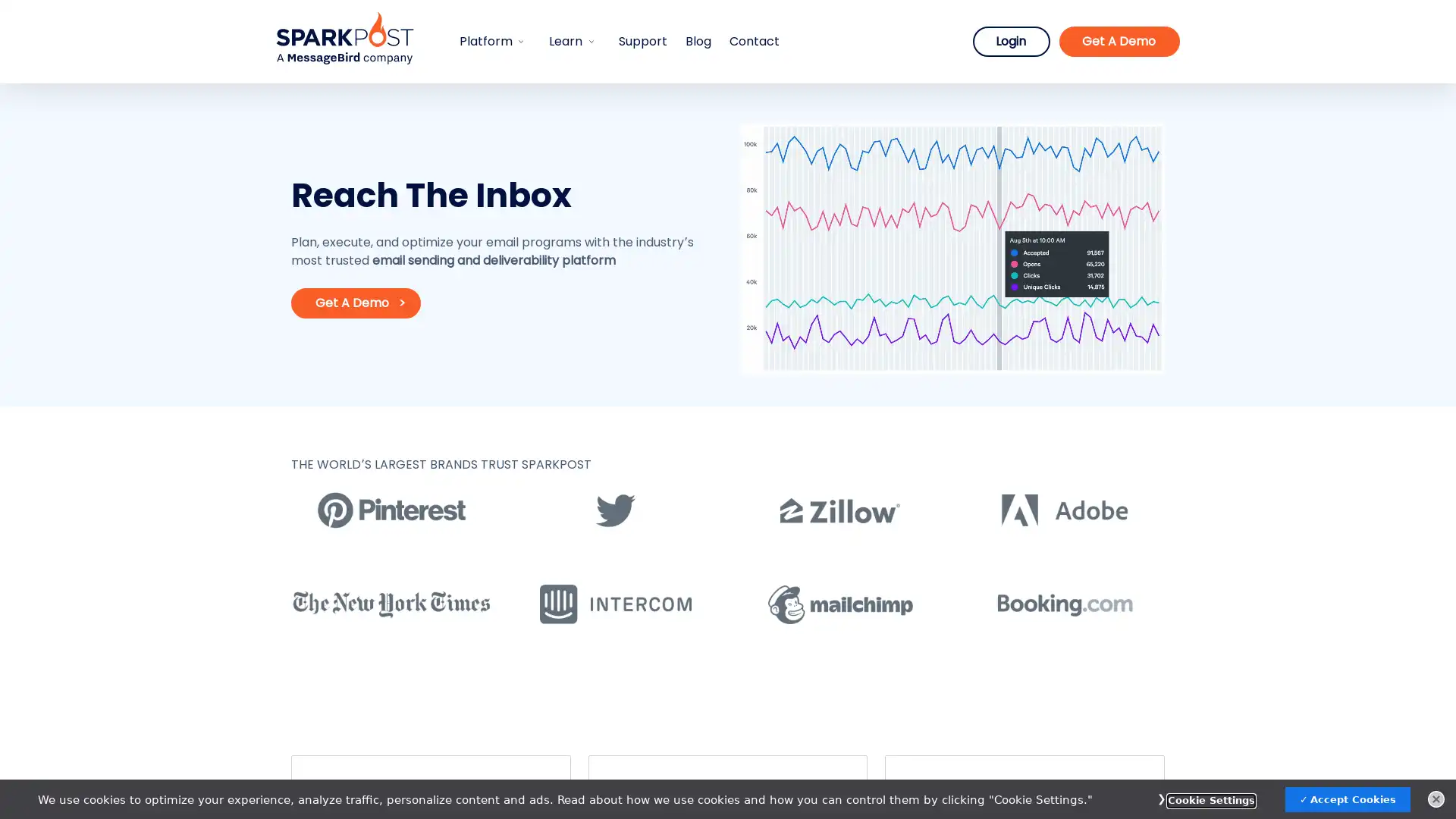  Describe the element at coordinates (522, 40) in the screenshot. I see `open sub-menu` at that location.